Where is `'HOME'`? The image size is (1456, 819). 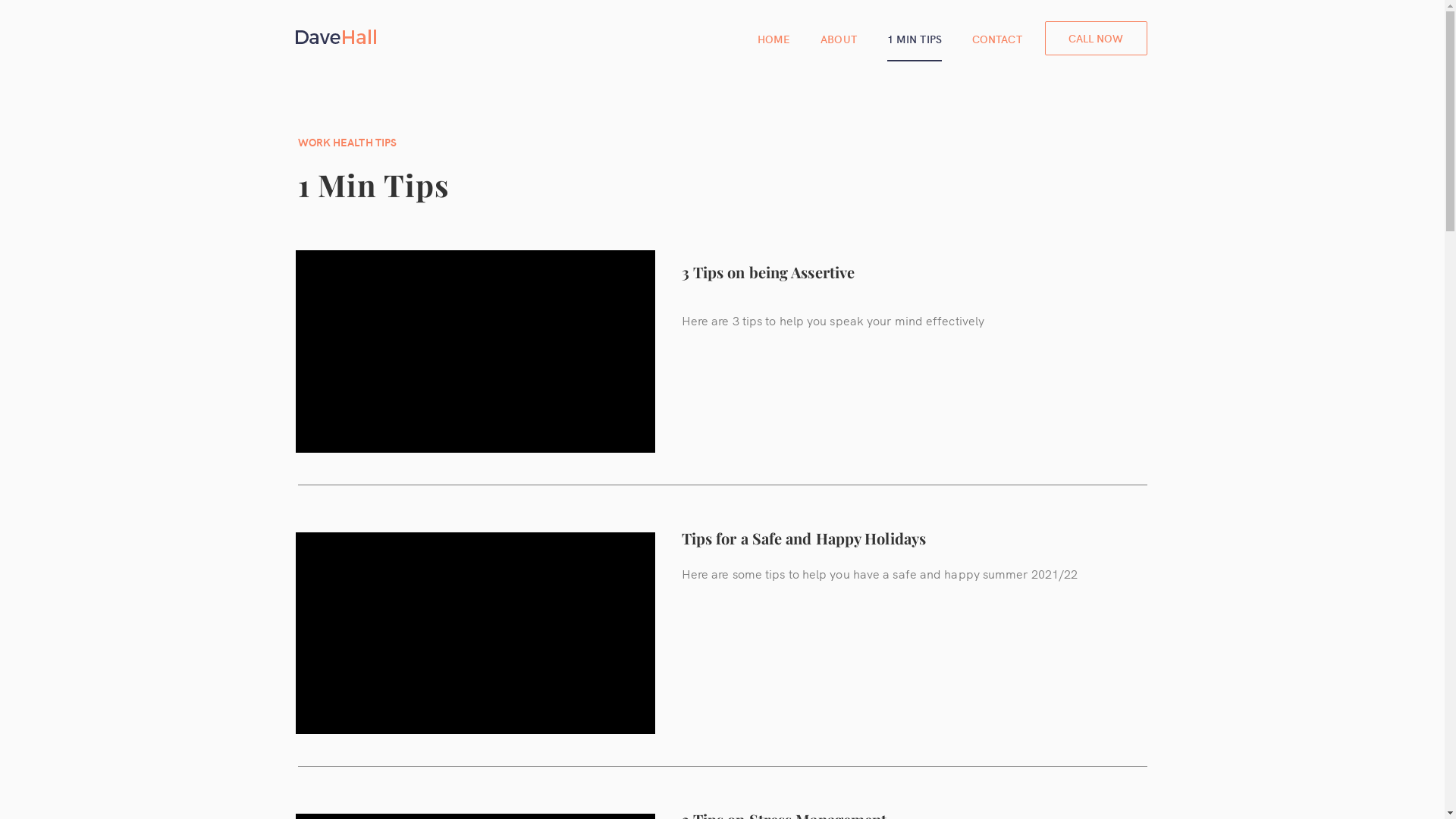 'HOME' is located at coordinates (773, 37).